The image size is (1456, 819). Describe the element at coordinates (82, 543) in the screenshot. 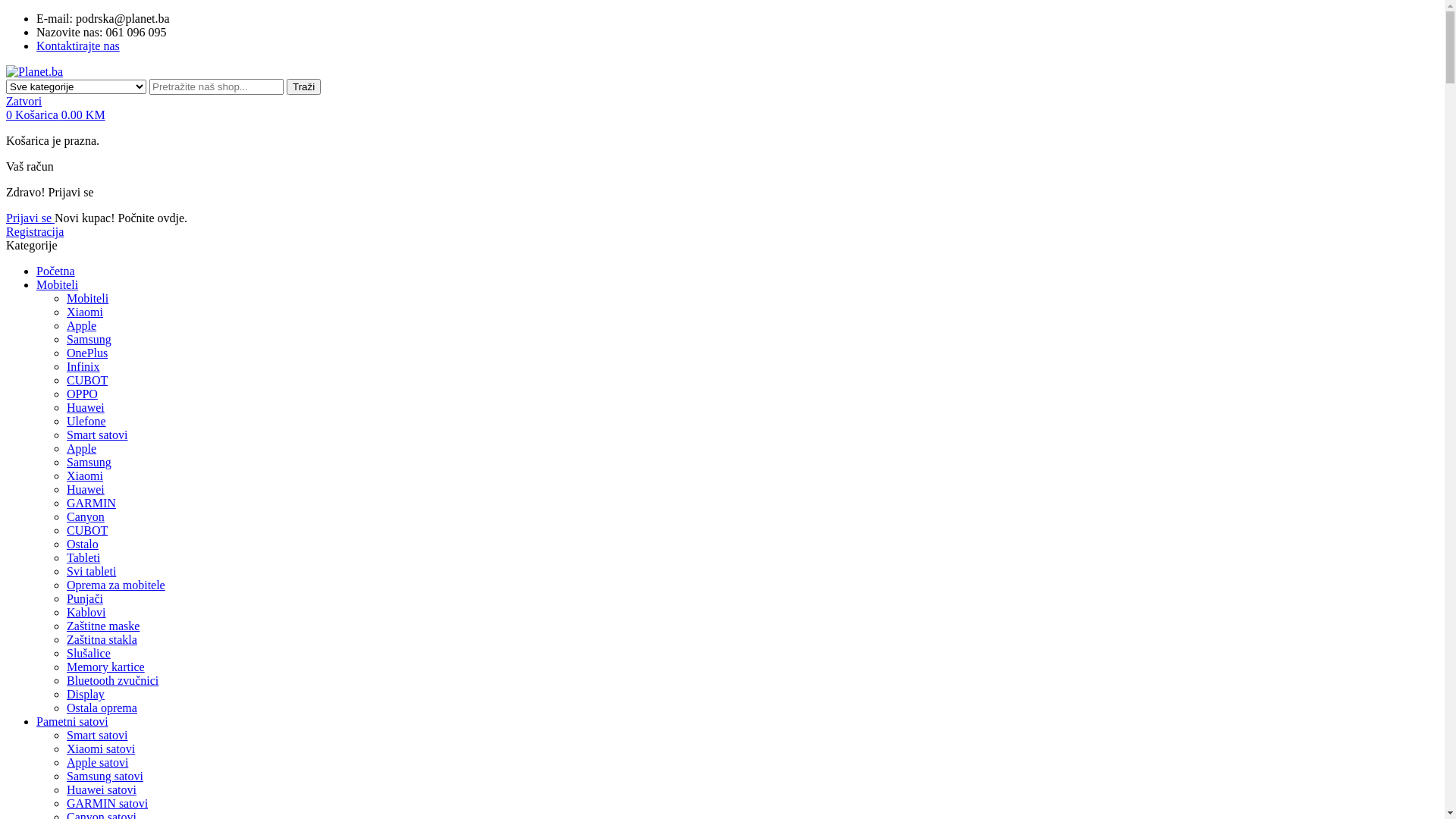

I see `'Ostalo'` at that location.